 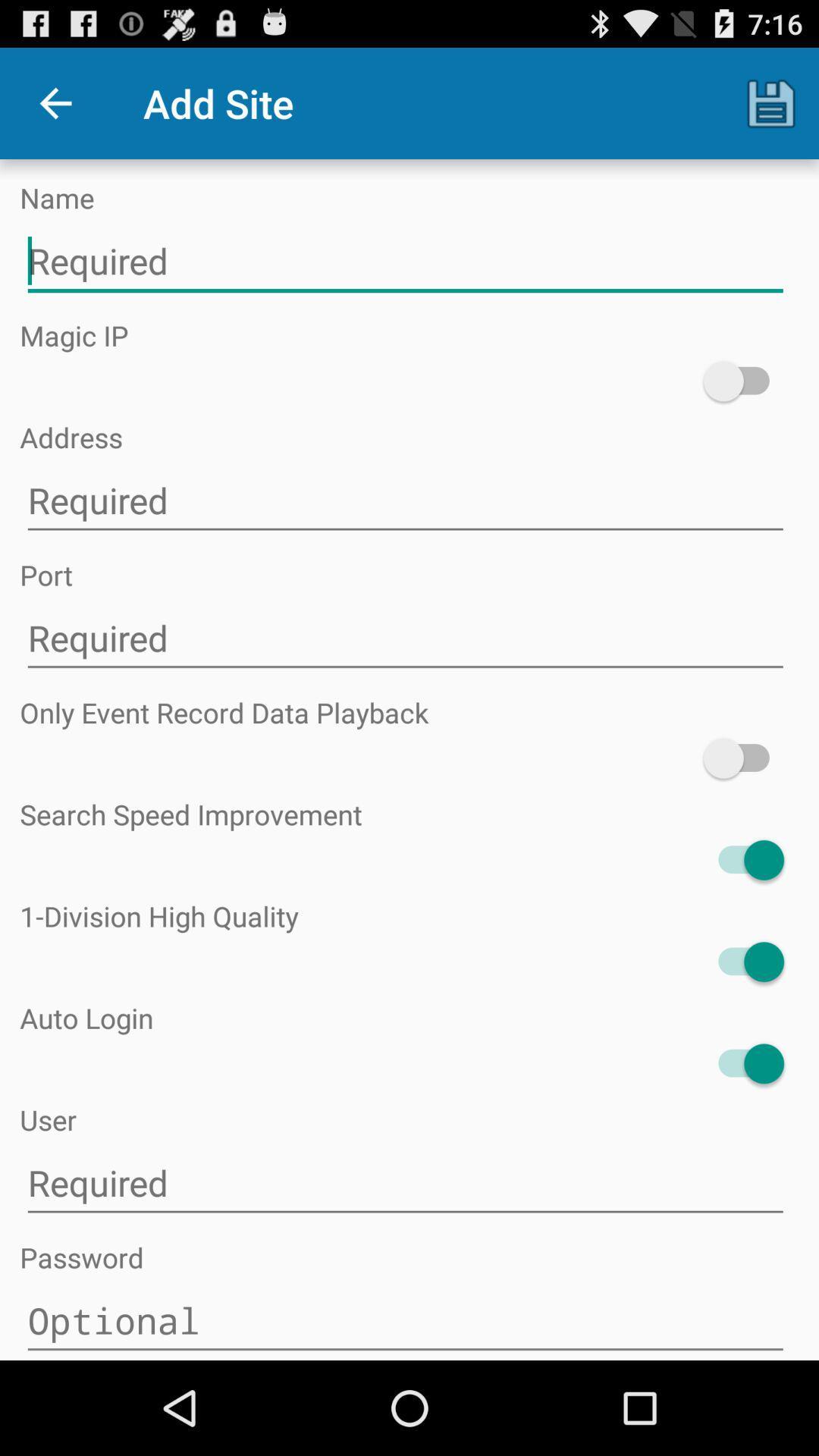 What do you see at coordinates (742, 961) in the screenshot?
I see `turn off` at bounding box center [742, 961].